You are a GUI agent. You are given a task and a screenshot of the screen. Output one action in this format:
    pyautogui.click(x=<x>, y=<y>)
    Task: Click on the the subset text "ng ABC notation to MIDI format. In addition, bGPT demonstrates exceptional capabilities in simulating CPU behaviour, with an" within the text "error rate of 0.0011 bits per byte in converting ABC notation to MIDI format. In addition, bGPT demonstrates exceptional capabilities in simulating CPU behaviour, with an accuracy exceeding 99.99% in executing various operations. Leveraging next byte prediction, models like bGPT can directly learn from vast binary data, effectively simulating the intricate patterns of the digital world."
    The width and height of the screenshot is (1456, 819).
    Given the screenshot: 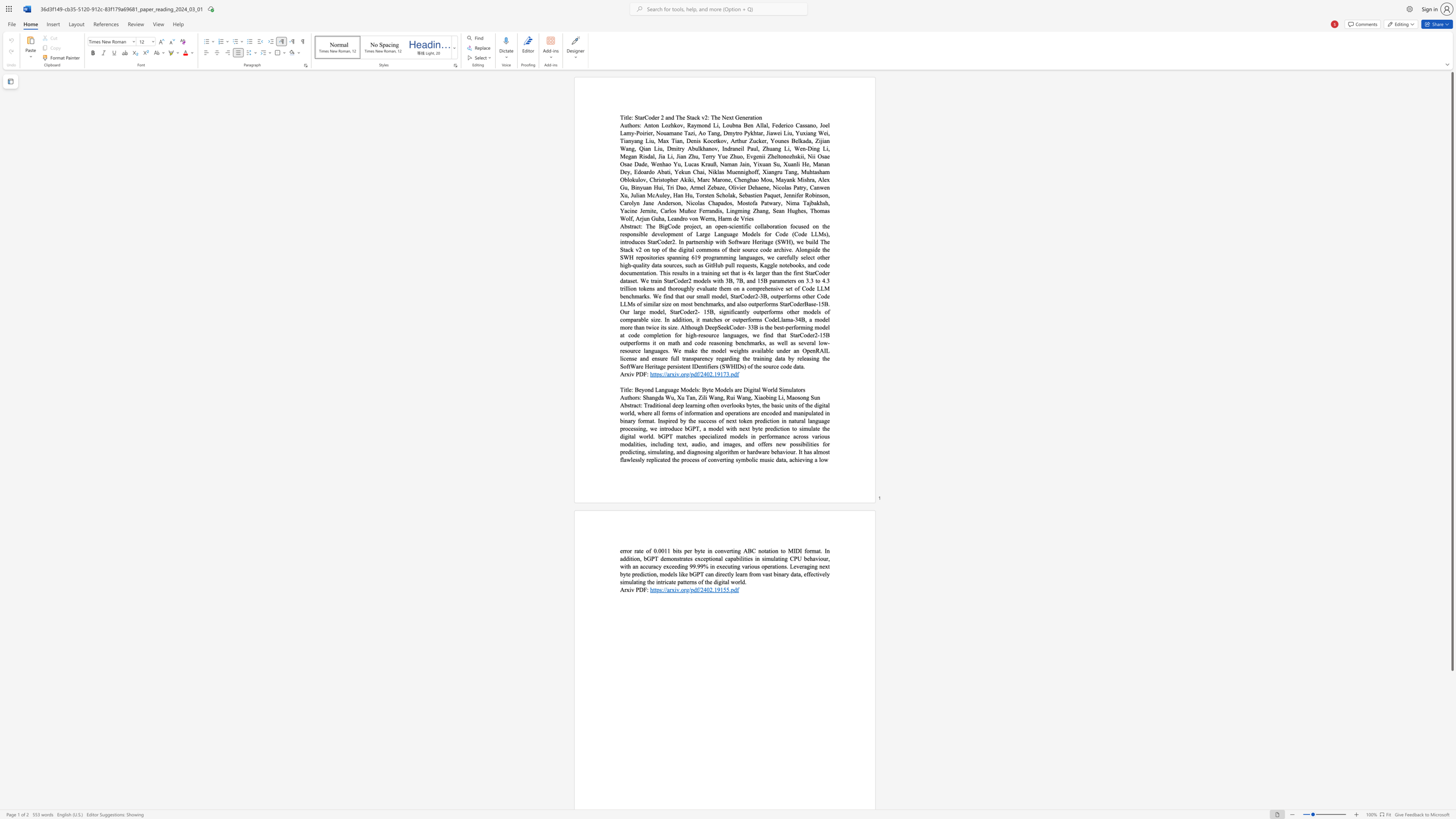 What is the action you would take?
    pyautogui.click(x=734, y=551)
    